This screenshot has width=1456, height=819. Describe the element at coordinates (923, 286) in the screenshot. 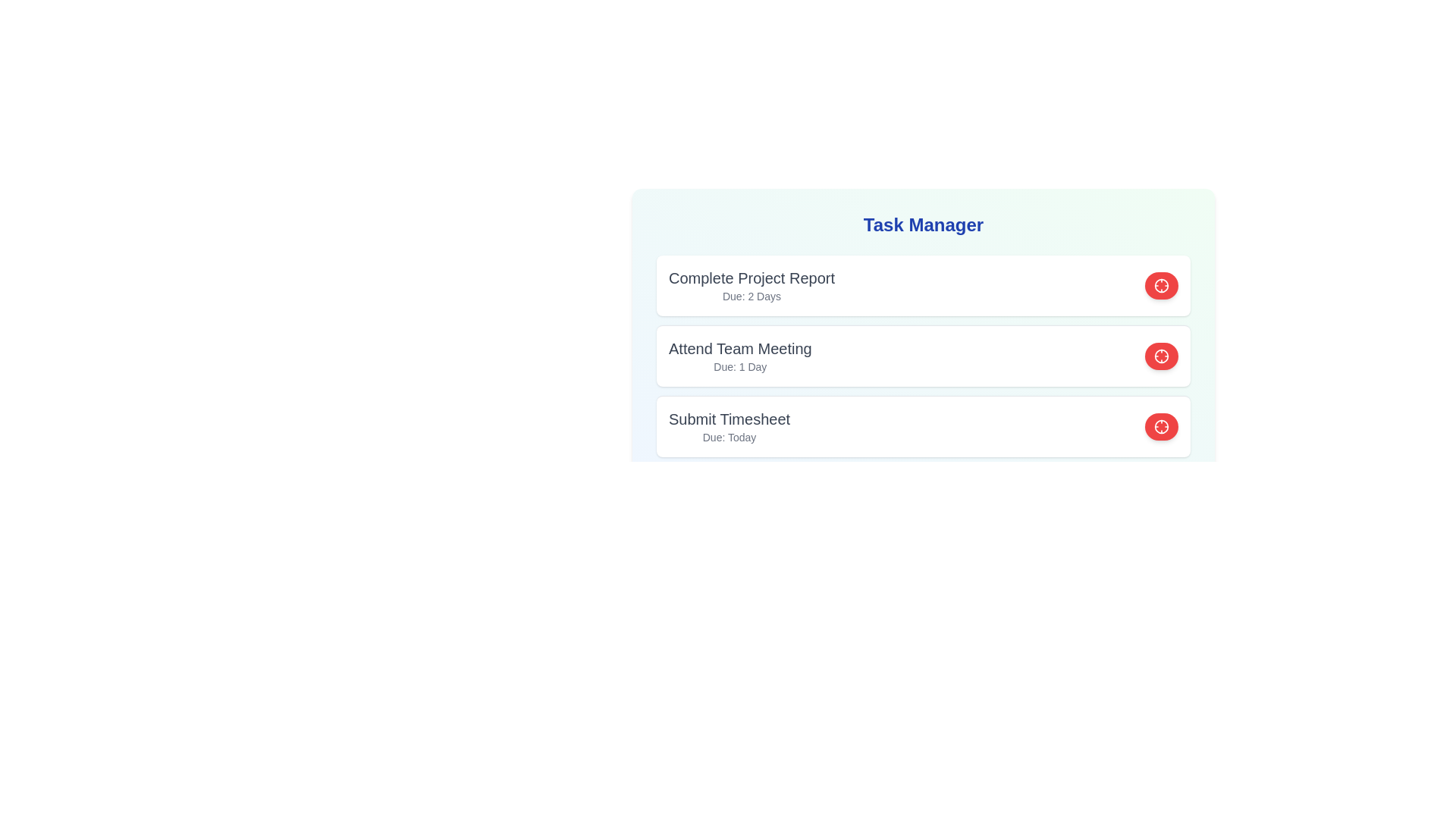

I see `the first task block in the task manager interface that contains a red circular button for actions such as delete or complete` at that location.